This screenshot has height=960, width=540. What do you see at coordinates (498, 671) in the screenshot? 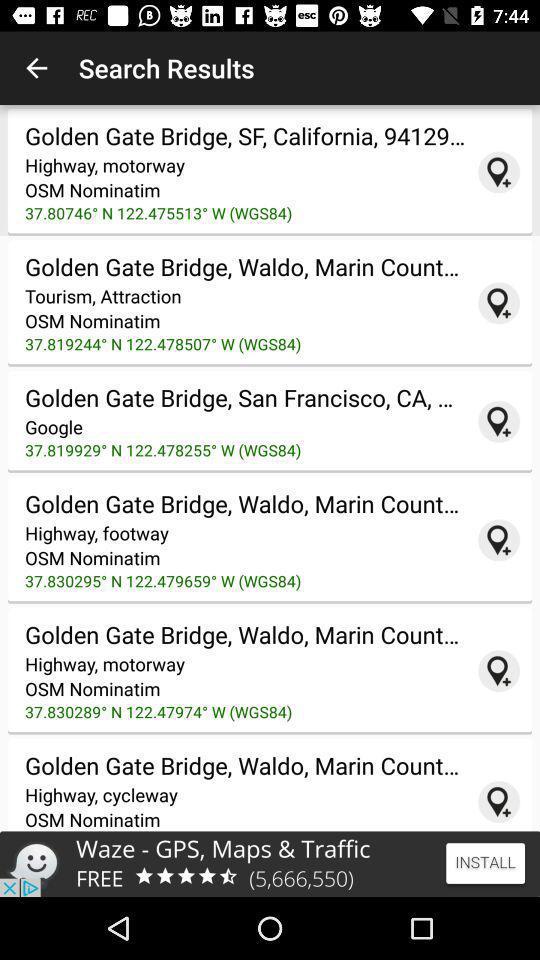
I see `location` at bounding box center [498, 671].